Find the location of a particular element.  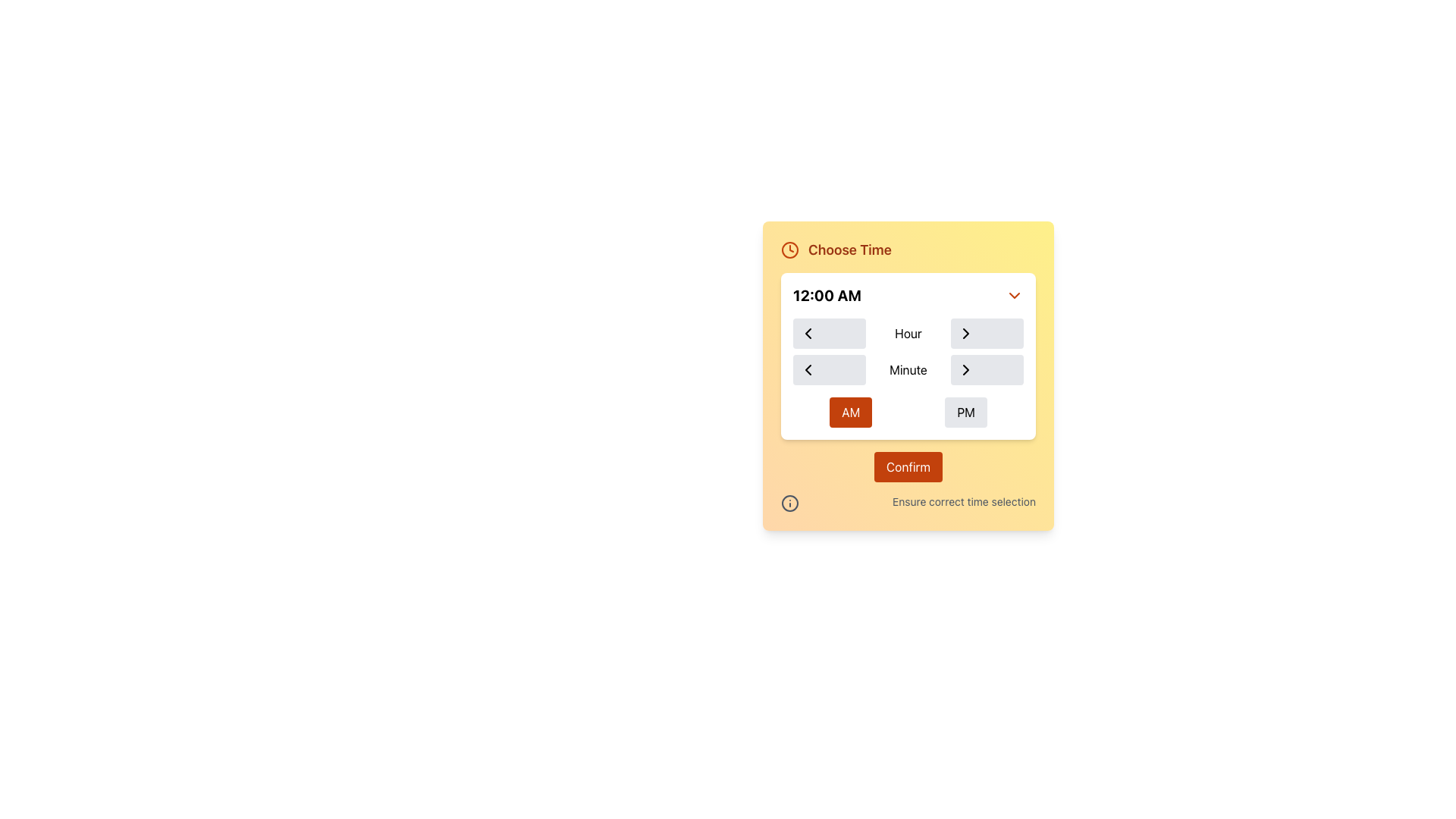

the chevron button located on the right-hand side of the 'Minute' input field in the time selection interface, which increments the value by one unit is located at coordinates (965, 370).